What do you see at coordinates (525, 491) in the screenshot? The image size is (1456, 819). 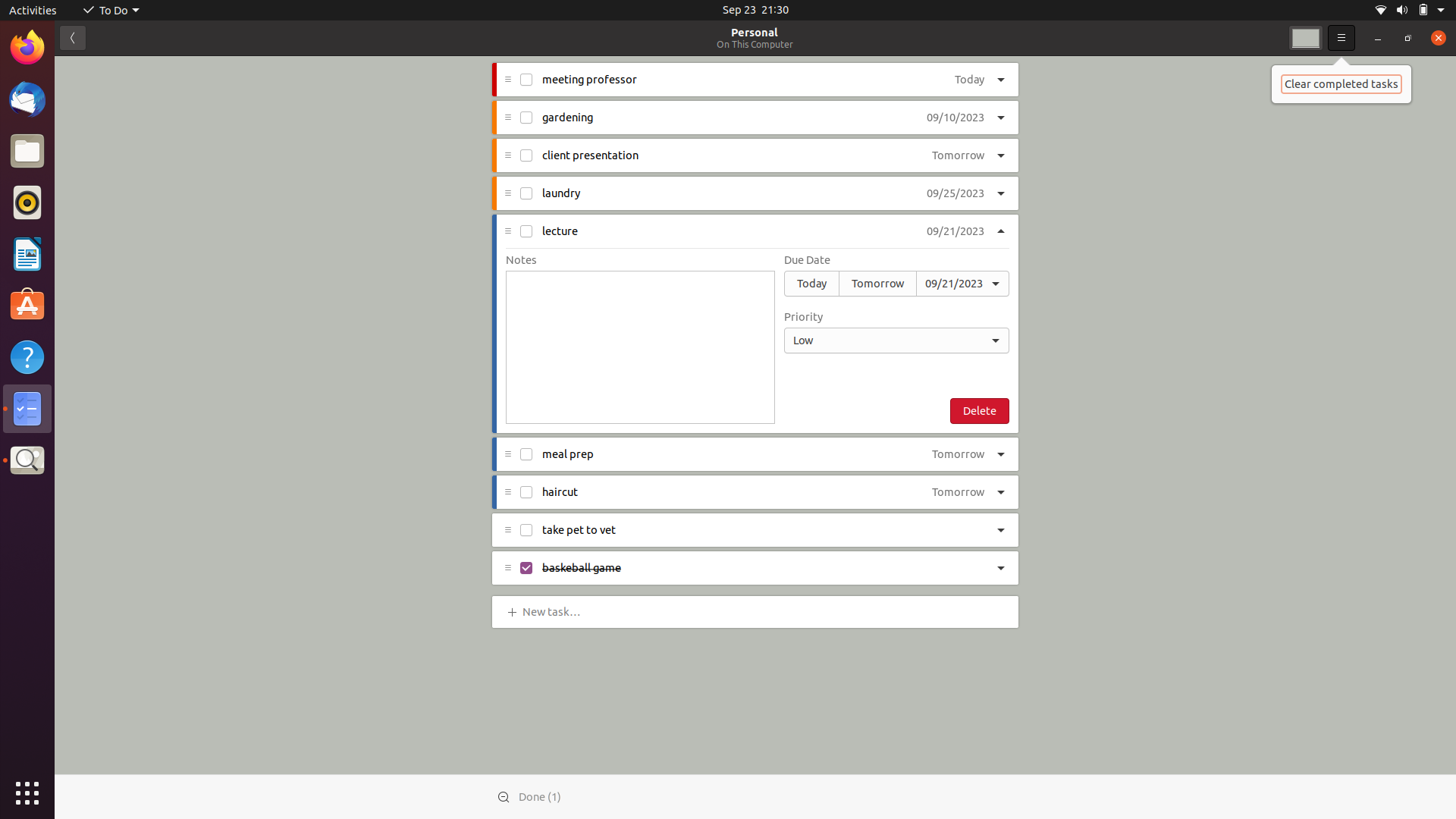 I see `Mark "haircut" task as completed` at bounding box center [525, 491].